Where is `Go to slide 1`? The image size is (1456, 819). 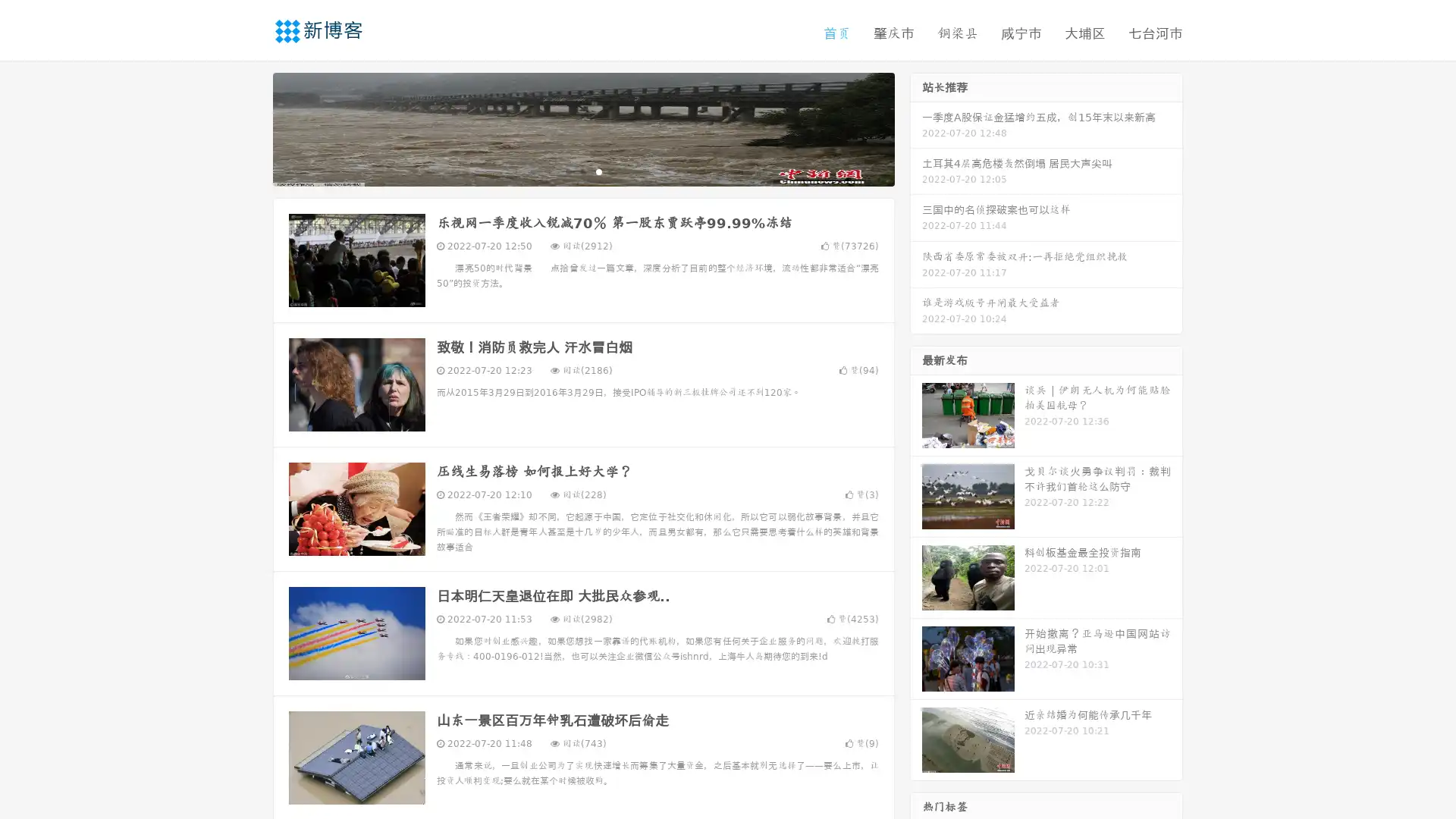
Go to slide 1 is located at coordinates (567, 171).